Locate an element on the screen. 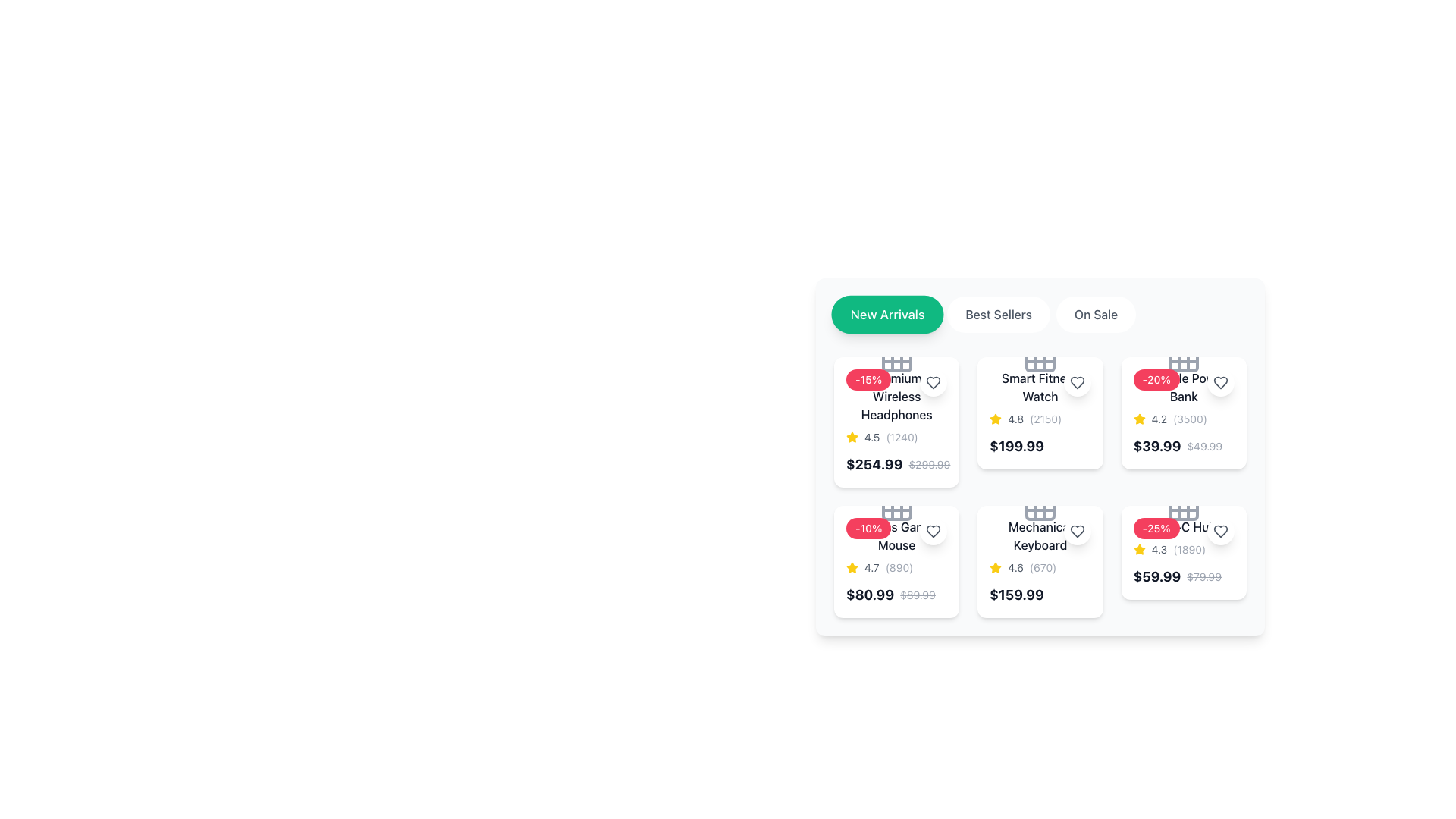 The width and height of the screenshot is (1456, 819). the icon resembling a 3x3 grid, styled in gray, located at the top-center of the product card for 'Portable Power Bank' is located at coordinates (1183, 356).